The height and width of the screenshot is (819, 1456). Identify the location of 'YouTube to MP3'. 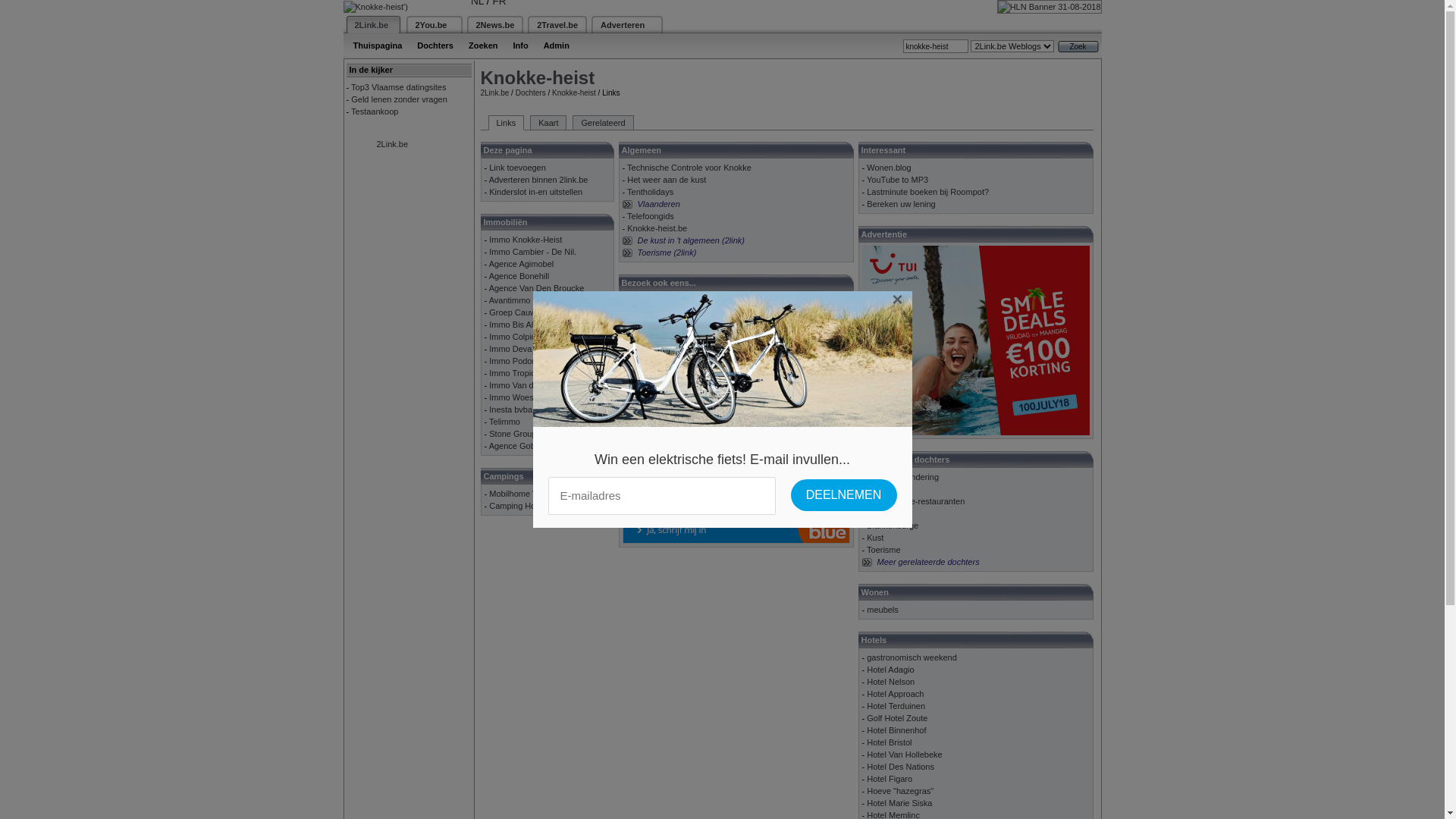
(866, 178).